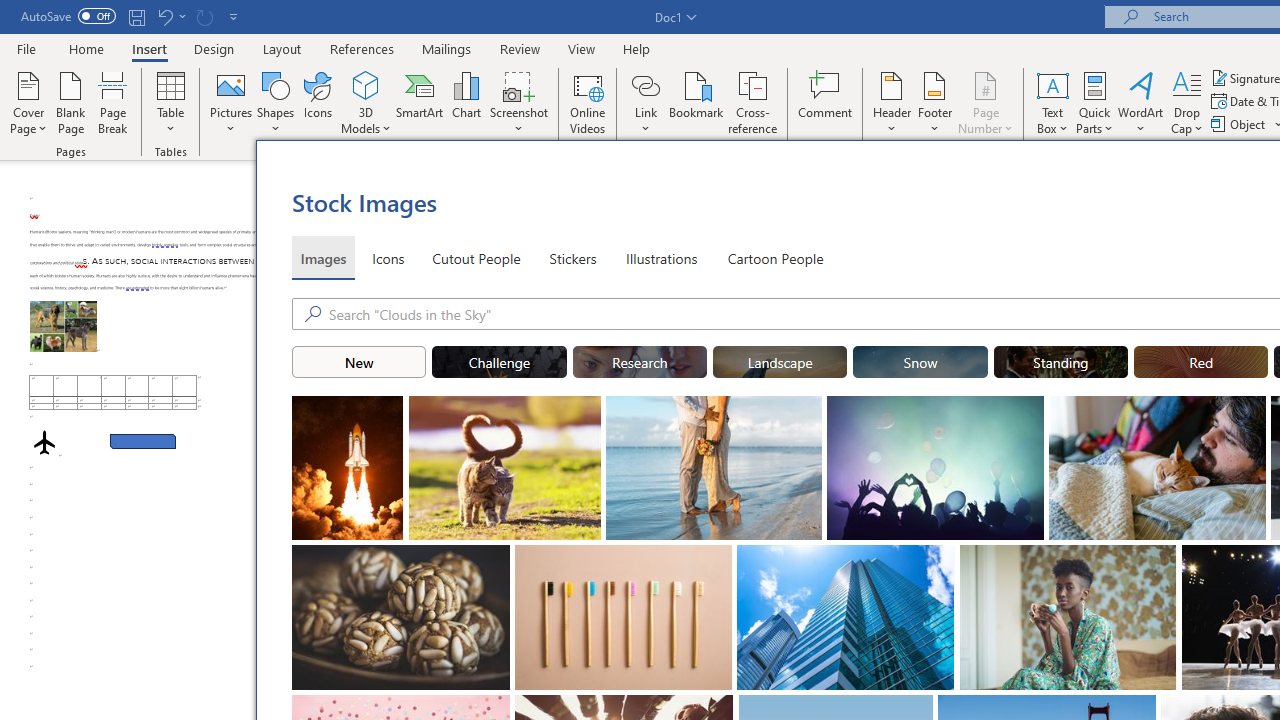 This screenshot has width=1280, height=720. I want to click on 'SmartArt...', so click(418, 103).